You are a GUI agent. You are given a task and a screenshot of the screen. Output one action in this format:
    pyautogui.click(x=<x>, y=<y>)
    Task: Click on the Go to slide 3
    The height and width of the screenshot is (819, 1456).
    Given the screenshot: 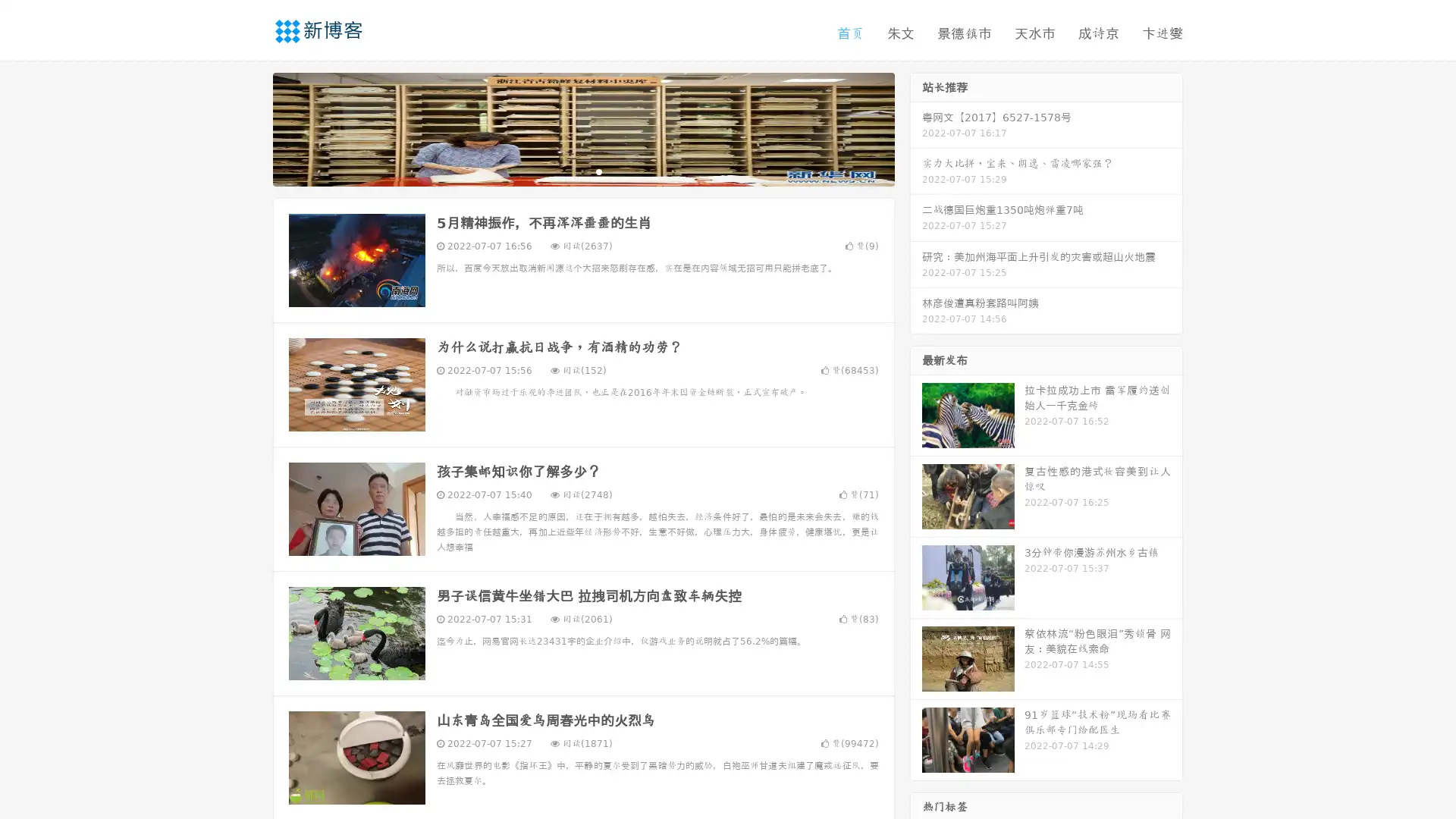 What is the action you would take?
    pyautogui.click(x=598, y=171)
    